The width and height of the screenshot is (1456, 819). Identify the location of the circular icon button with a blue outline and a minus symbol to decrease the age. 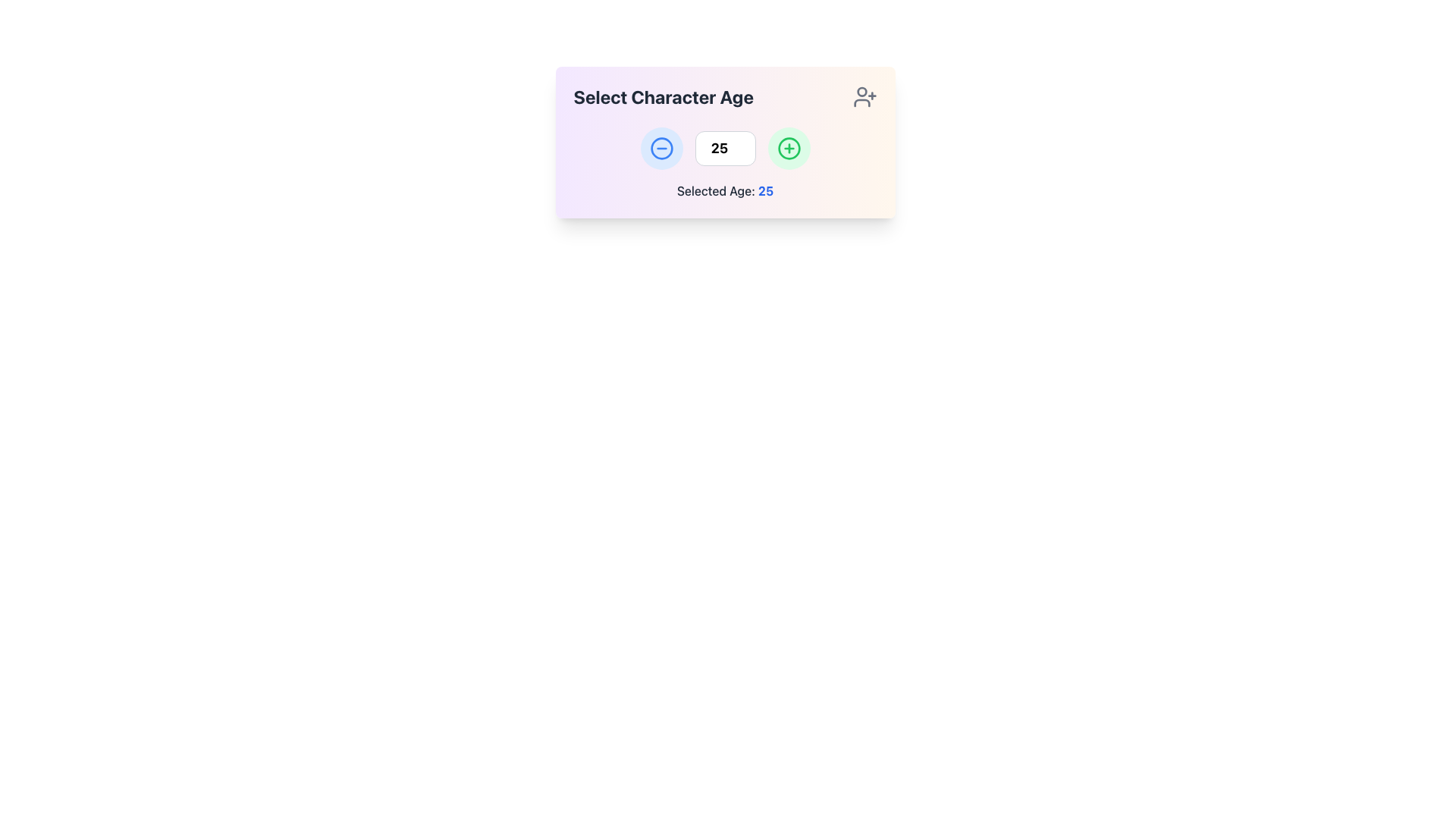
(661, 149).